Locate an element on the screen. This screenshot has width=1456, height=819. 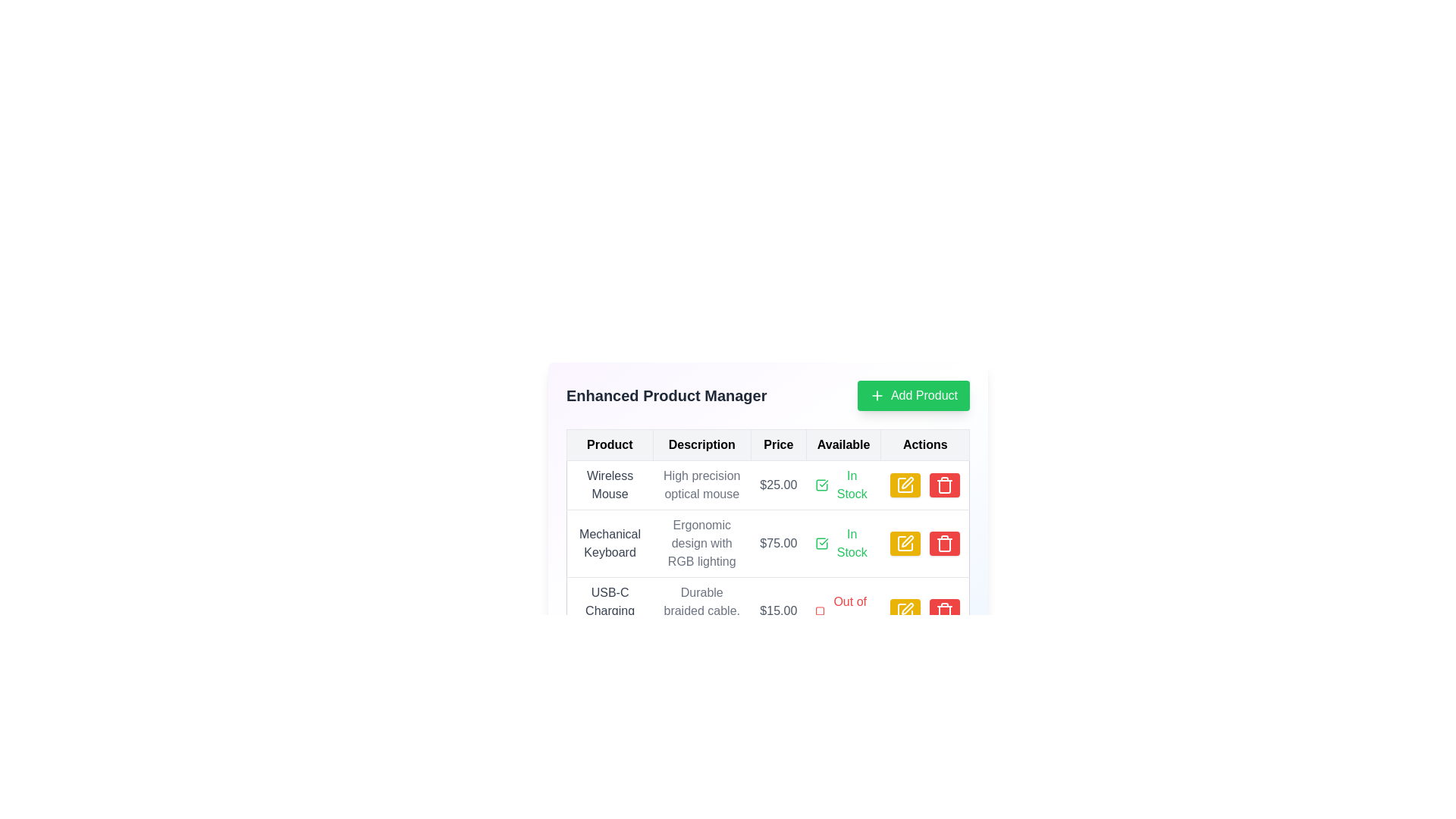
the delete button located at the end of the action buttons in the second row of the product table to observe the tooltip or highlight effect is located at coordinates (943, 543).